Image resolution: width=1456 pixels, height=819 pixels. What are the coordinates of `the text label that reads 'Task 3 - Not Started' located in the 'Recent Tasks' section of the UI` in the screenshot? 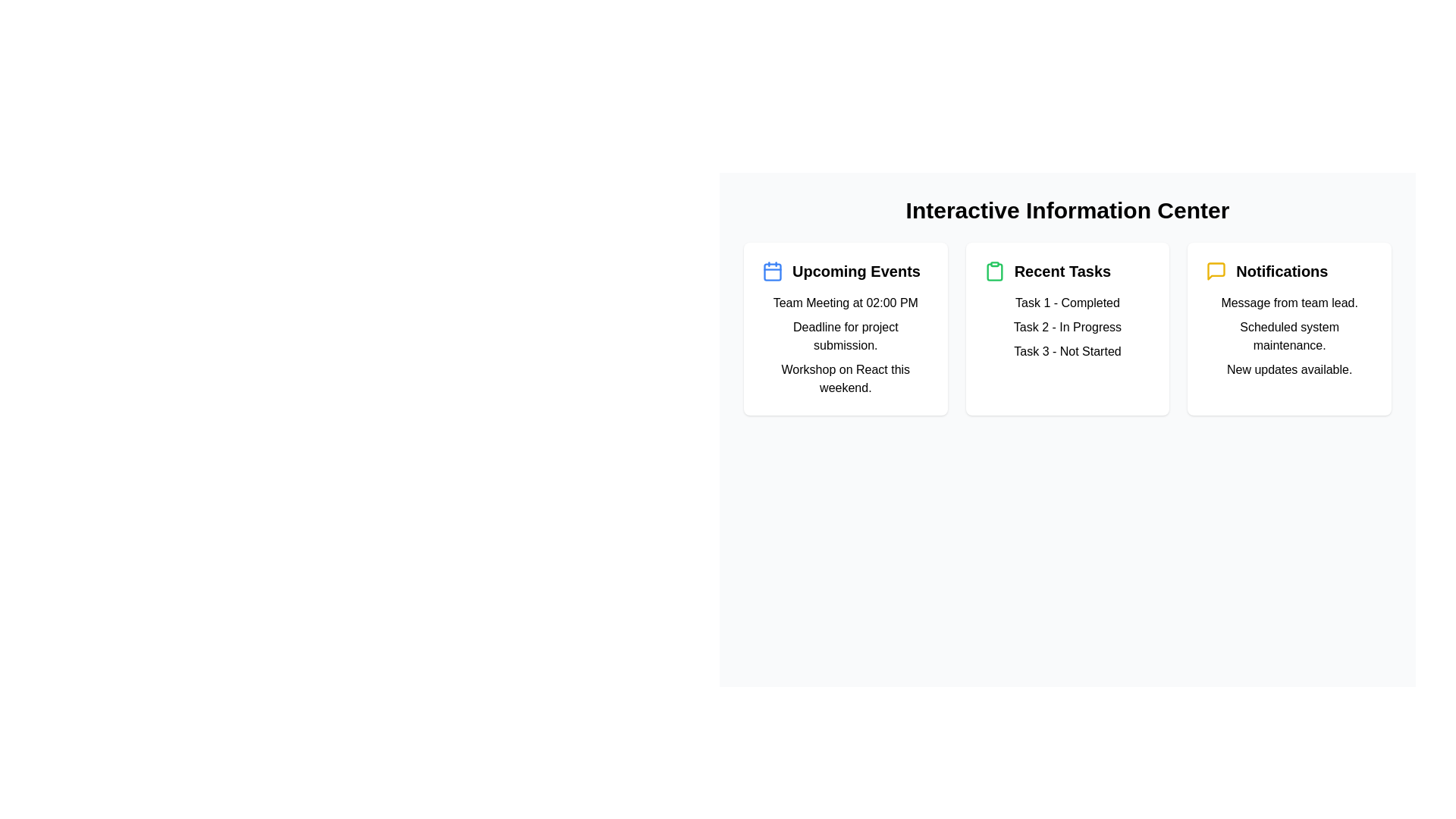 It's located at (1066, 351).